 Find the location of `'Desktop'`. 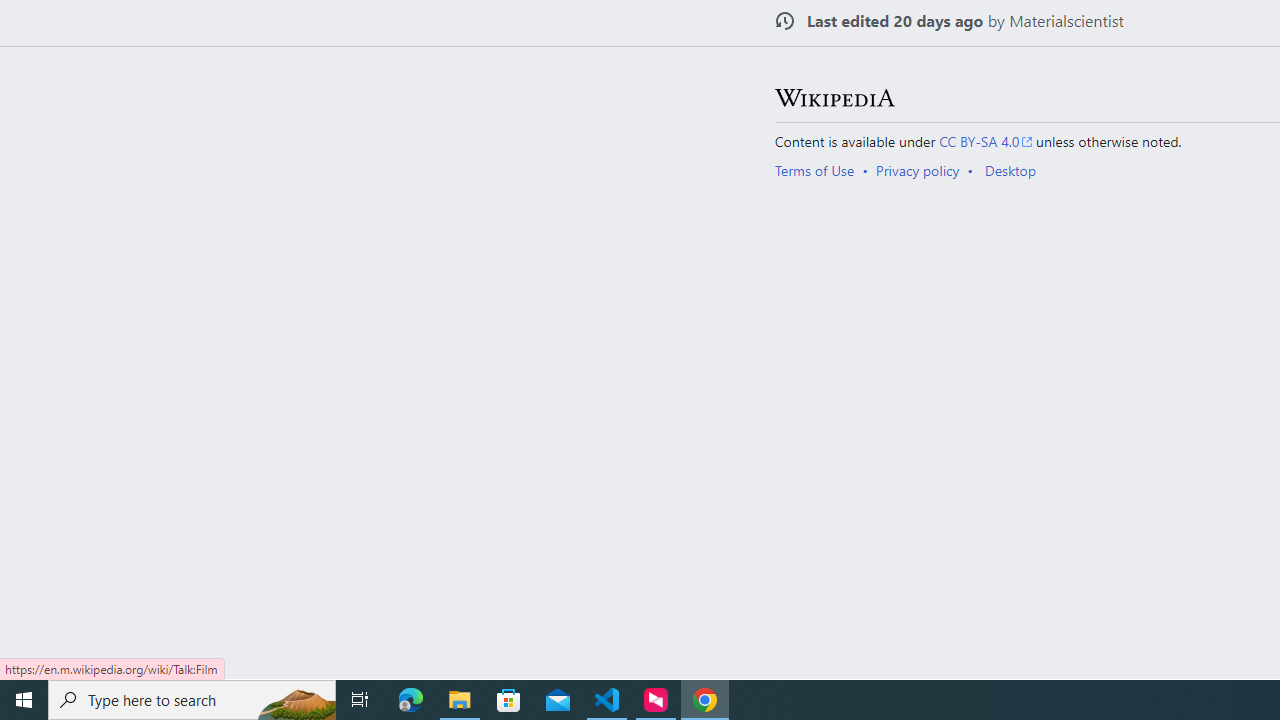

'Desktop' is located at coordinates (1010, 168).